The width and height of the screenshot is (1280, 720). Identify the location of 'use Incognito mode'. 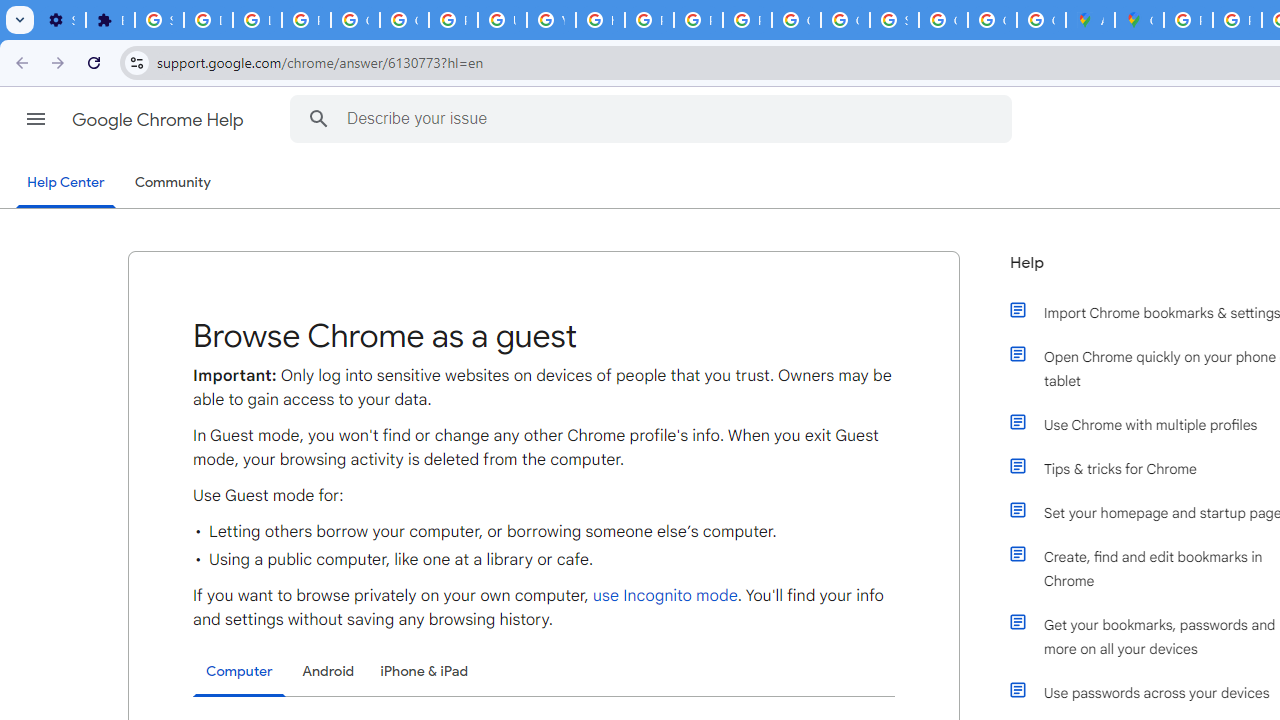
(664, 595).